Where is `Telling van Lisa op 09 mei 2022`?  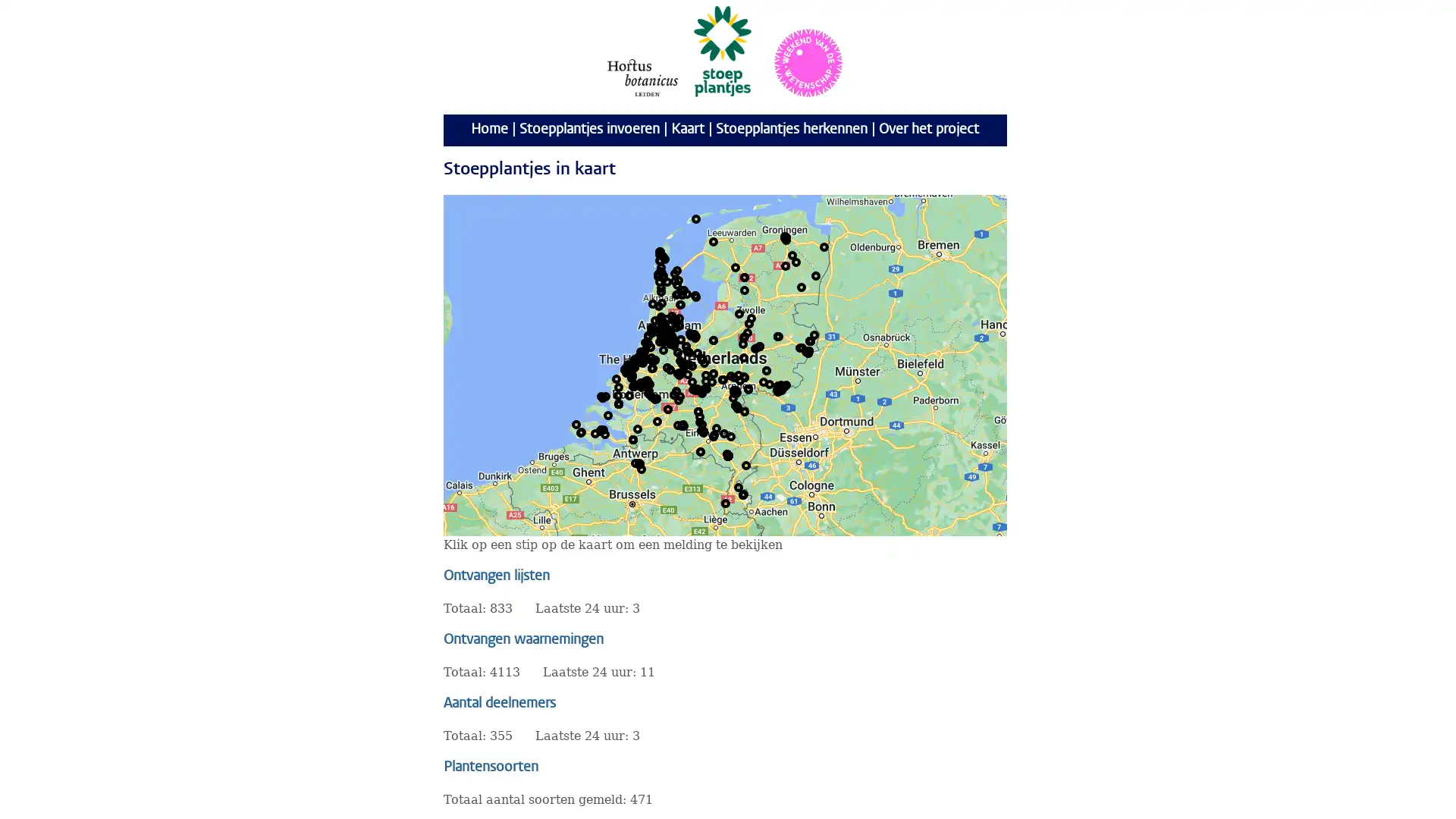
Telling van Lisa op 09 mei 2022 is located at coordinates (724, 503).